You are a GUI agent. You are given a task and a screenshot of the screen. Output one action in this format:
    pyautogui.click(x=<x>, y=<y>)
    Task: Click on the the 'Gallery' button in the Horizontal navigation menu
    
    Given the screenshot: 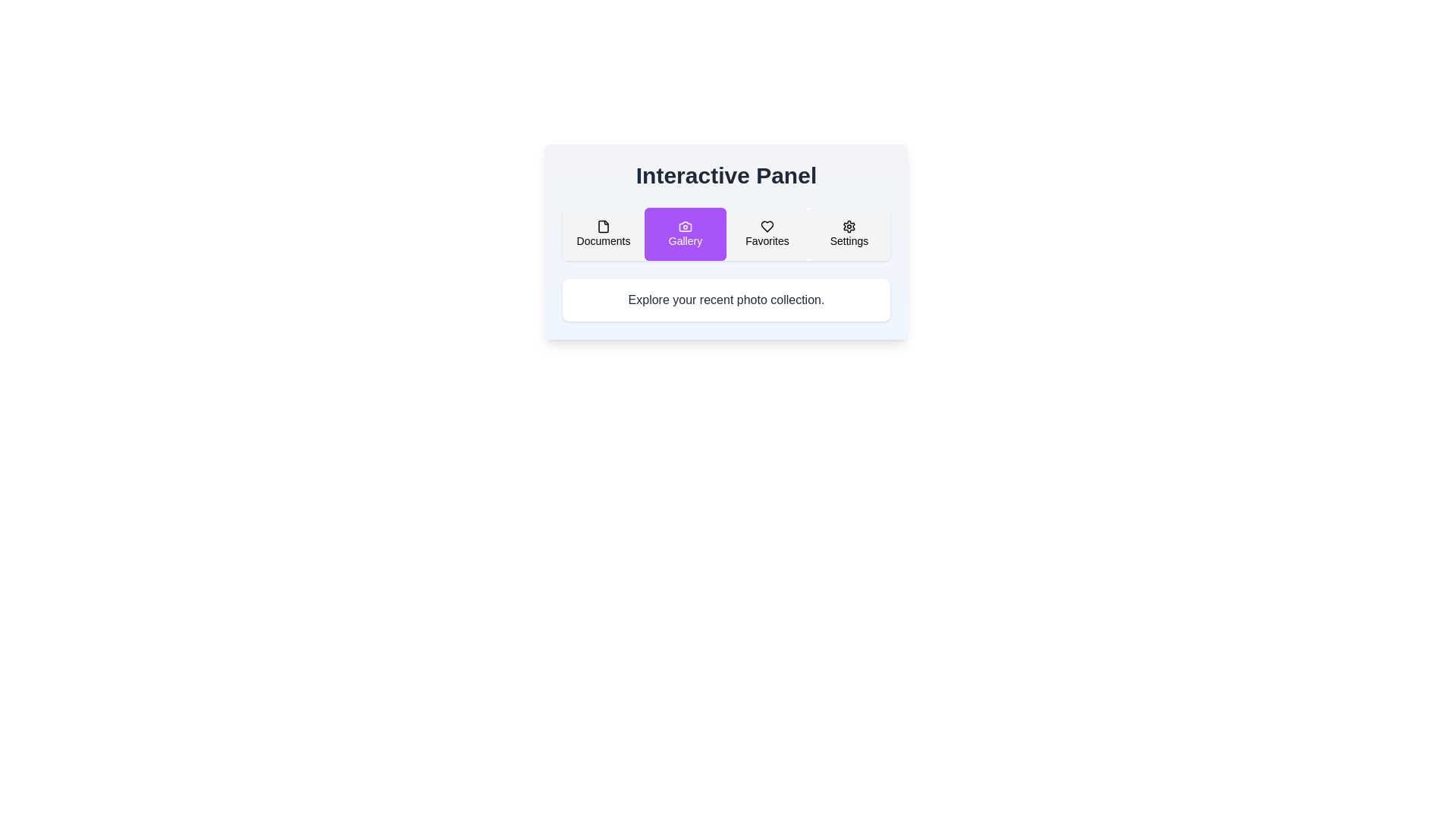 What is the action you would take?
    pyautogui.click(x=726, y=234)
    